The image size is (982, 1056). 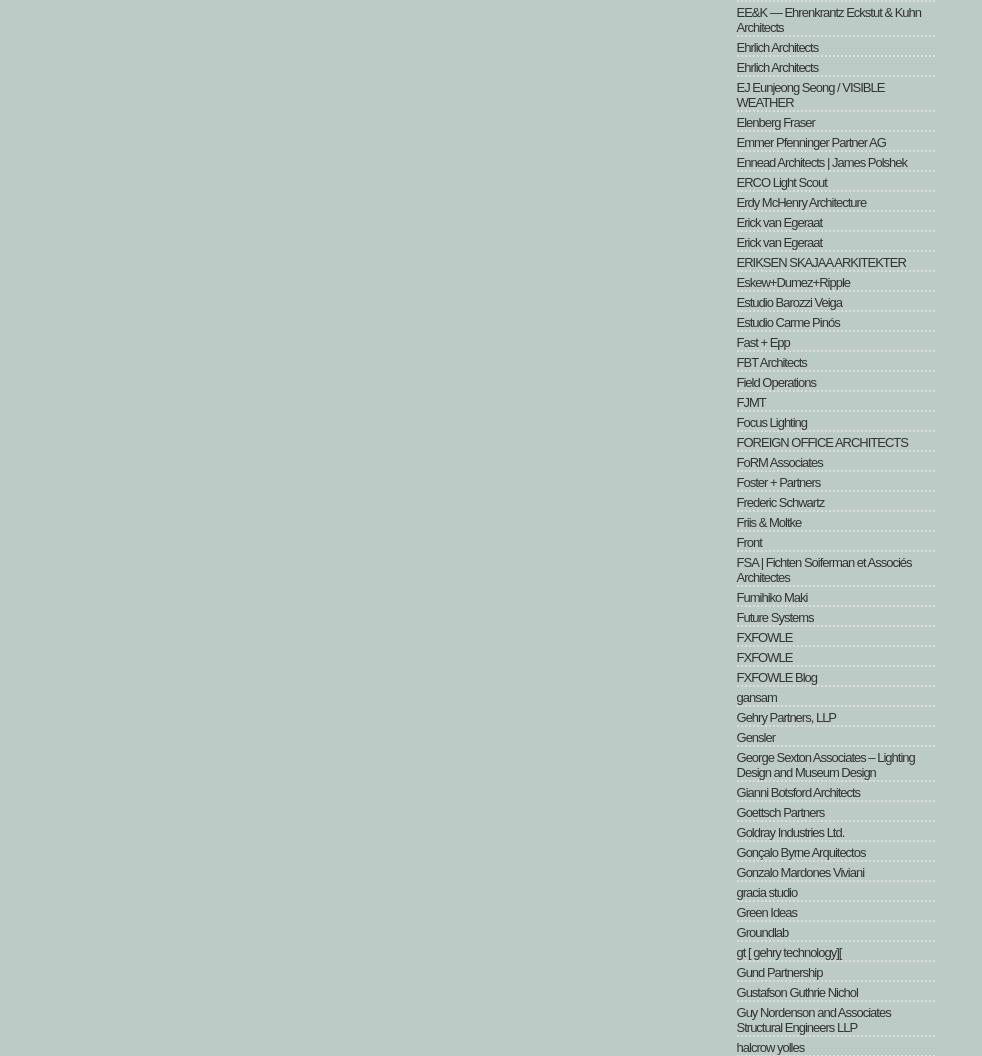 What do you see at coordinates (735, 282) in the screenshot?
I see `'Eskew+Dumez+Ripple'` at bounding box center [735, 282].